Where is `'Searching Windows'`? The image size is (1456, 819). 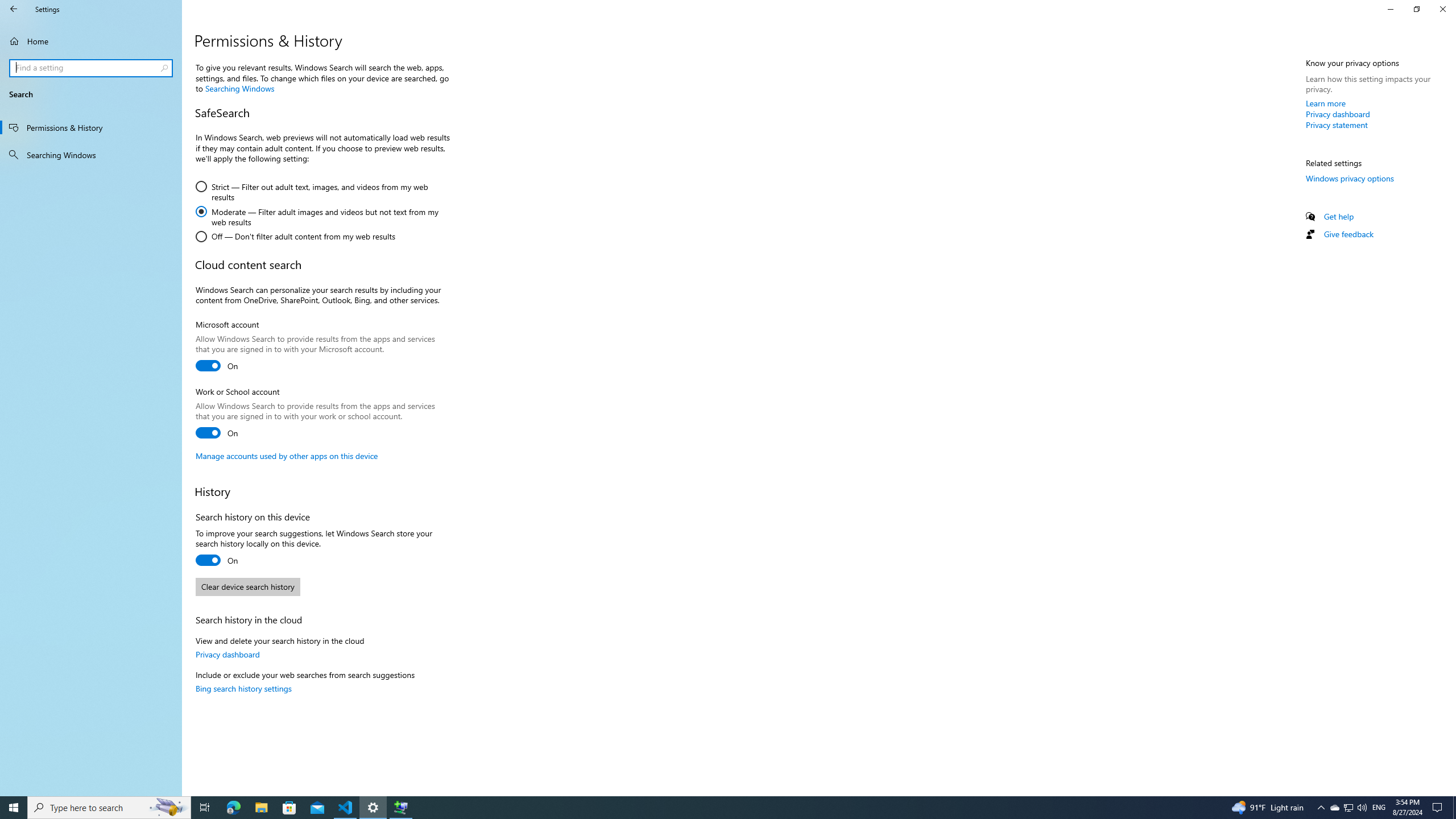 'Searching Windows' is located at coordinates (239, 88).